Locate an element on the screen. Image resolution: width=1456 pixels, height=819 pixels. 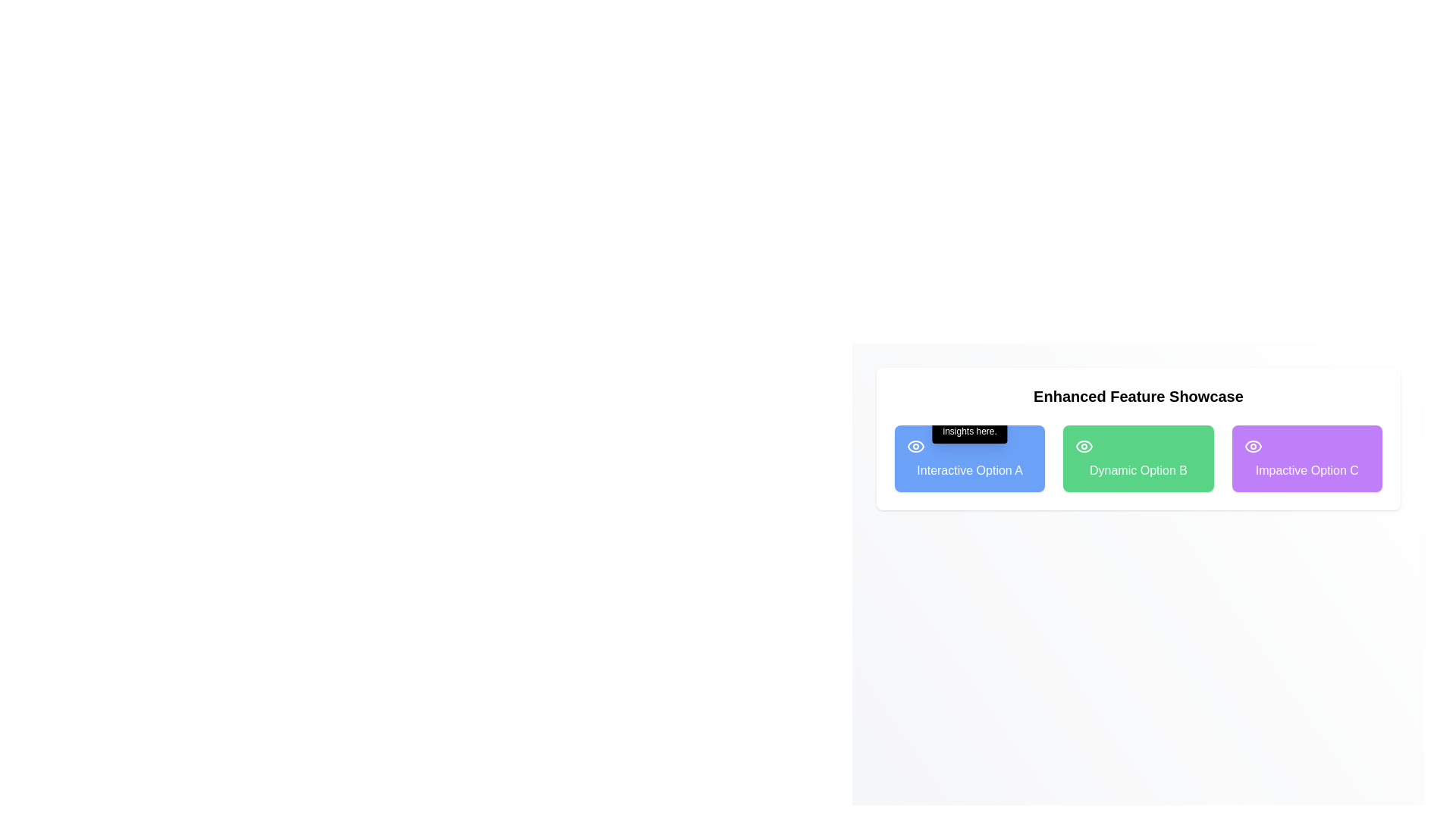
the text label reading 'Dynamic Option B' which is styled with a bold white font on a green rectangular background, located within a green card-like box is located at coordinates (1138, 469).